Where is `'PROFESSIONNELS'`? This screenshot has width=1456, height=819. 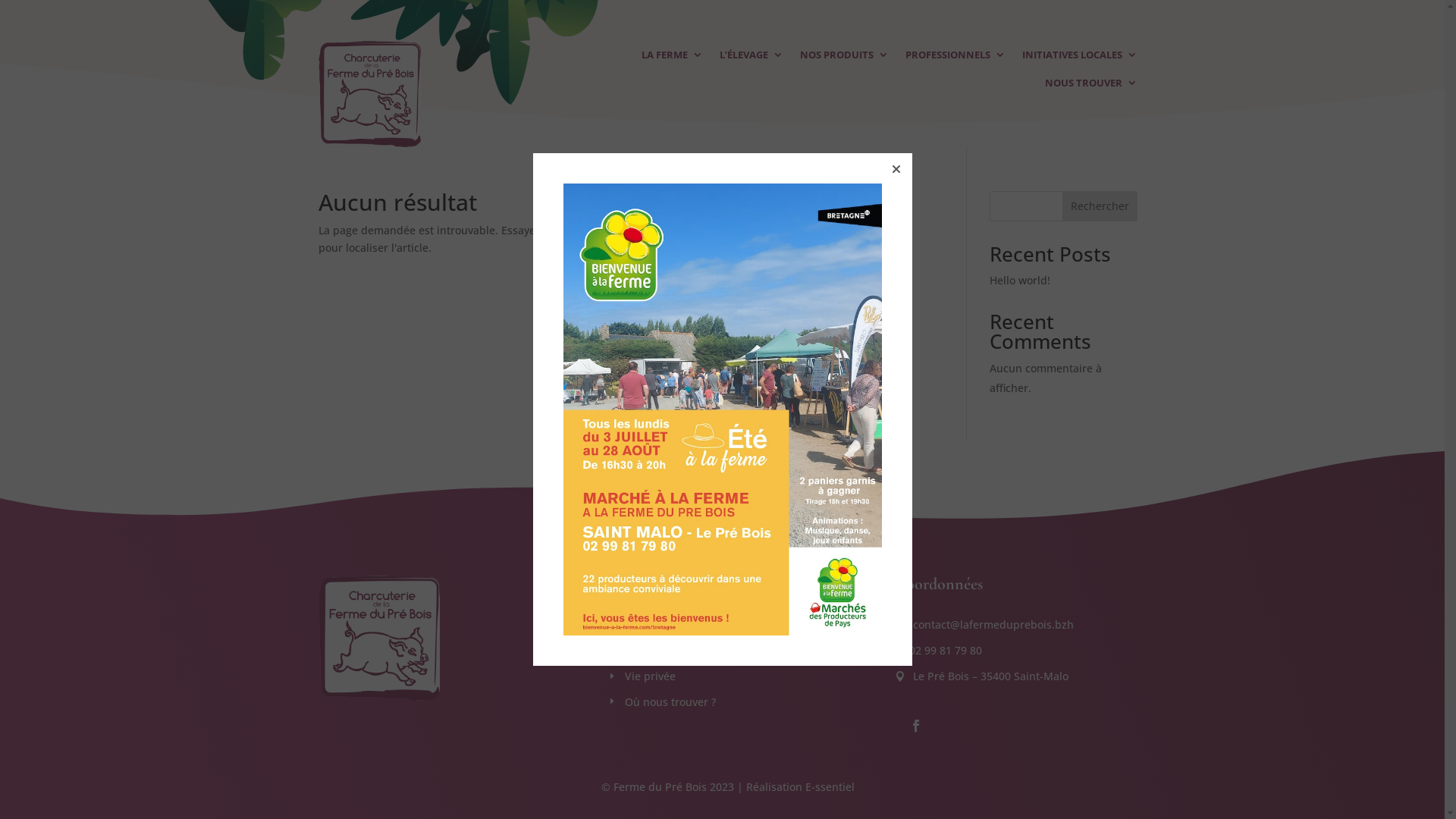
'PROFESSIONNELS' is located at coordinates (905, 57).